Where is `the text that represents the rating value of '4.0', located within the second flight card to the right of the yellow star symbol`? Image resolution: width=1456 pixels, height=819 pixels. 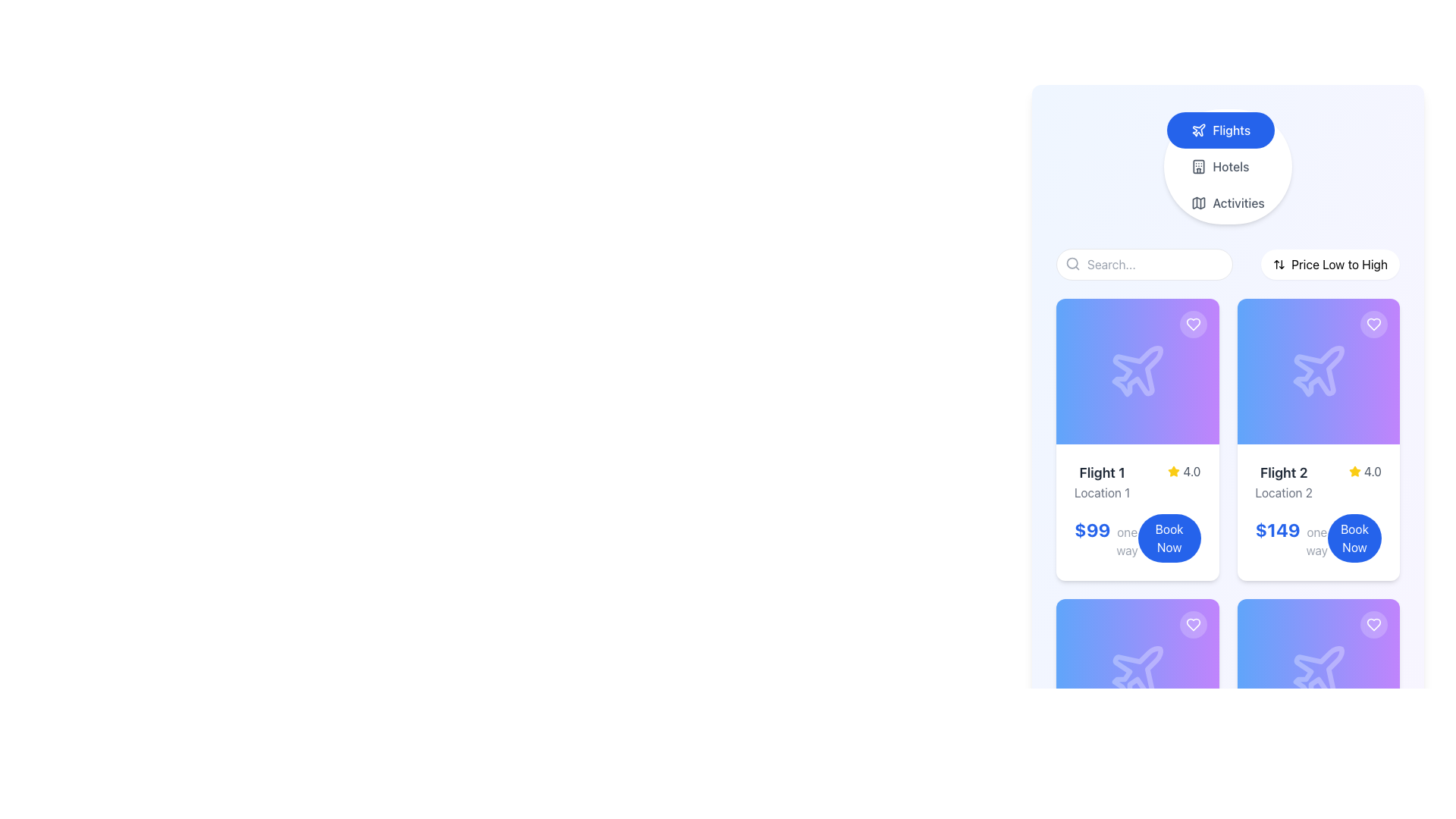 the text that represents the rating value of '4.0', located within the second flight card to the right of the yellow star symbol is located at coordinates (1373, 470).